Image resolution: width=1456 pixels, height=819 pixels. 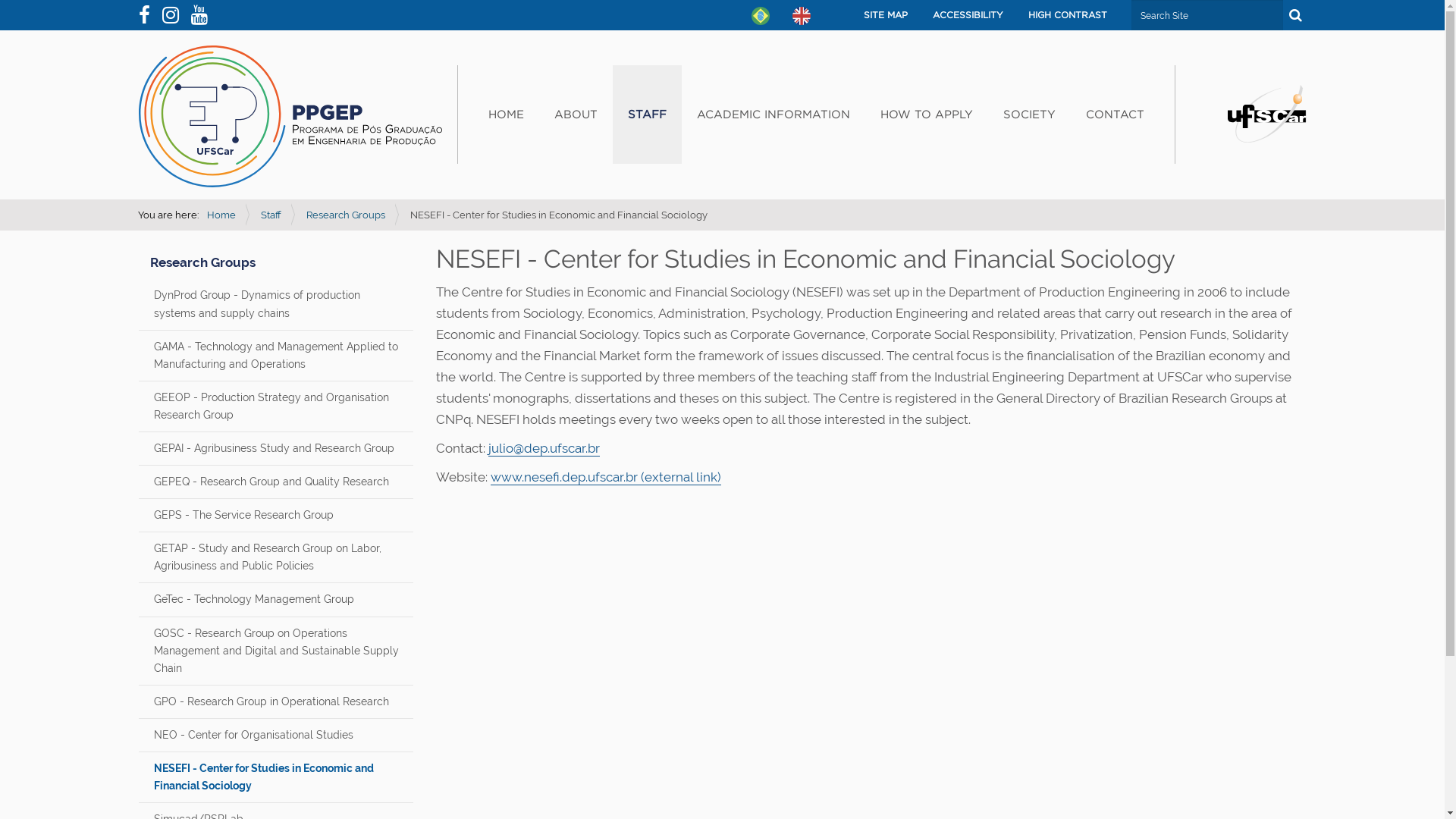 What do you see at coordinates (574, 113) in the screenshot?
I see `'ABOUT'` at bounding box center [574, 113].